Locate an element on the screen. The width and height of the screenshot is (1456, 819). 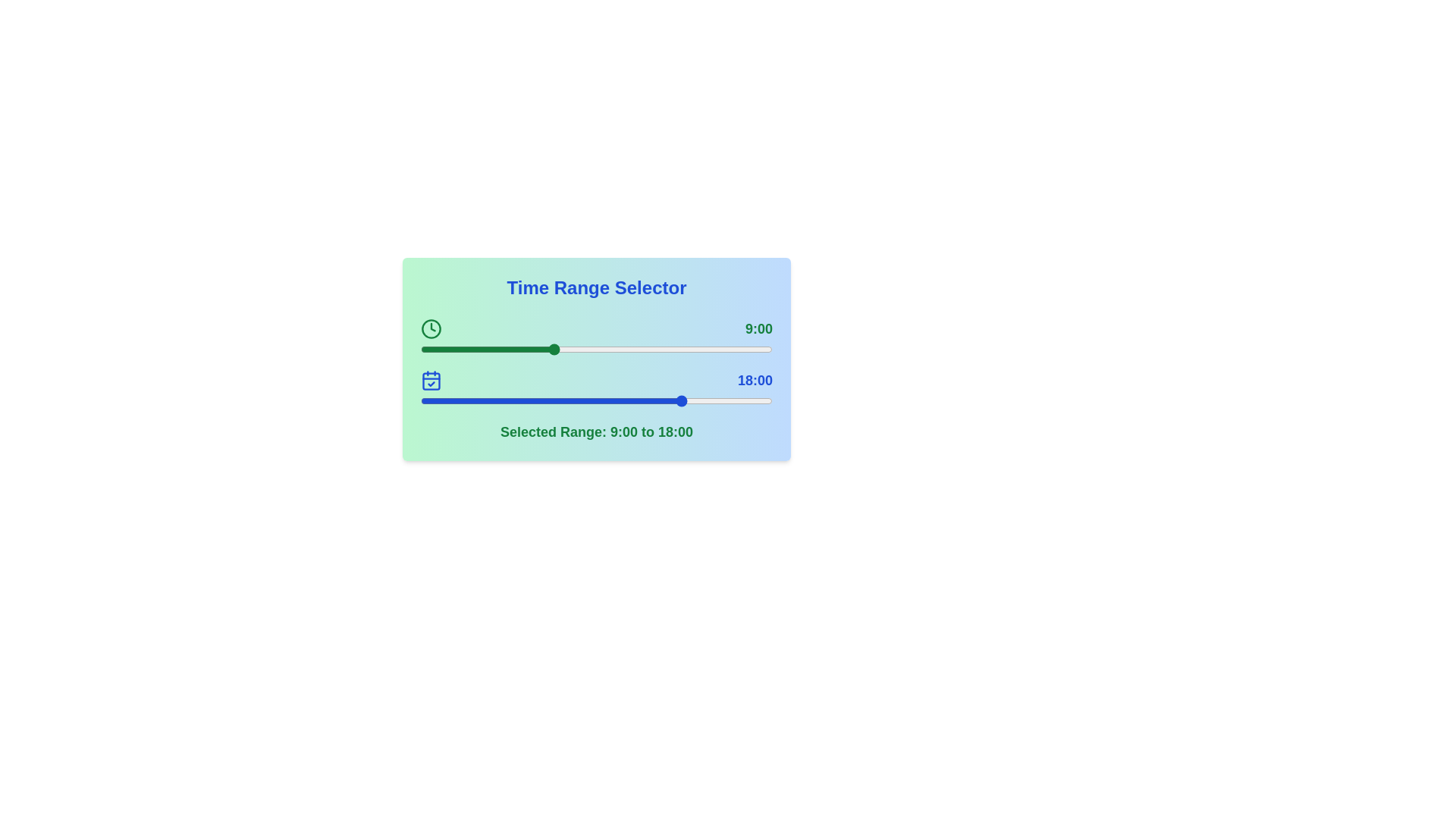
time range is located at coordinates (566, 400).